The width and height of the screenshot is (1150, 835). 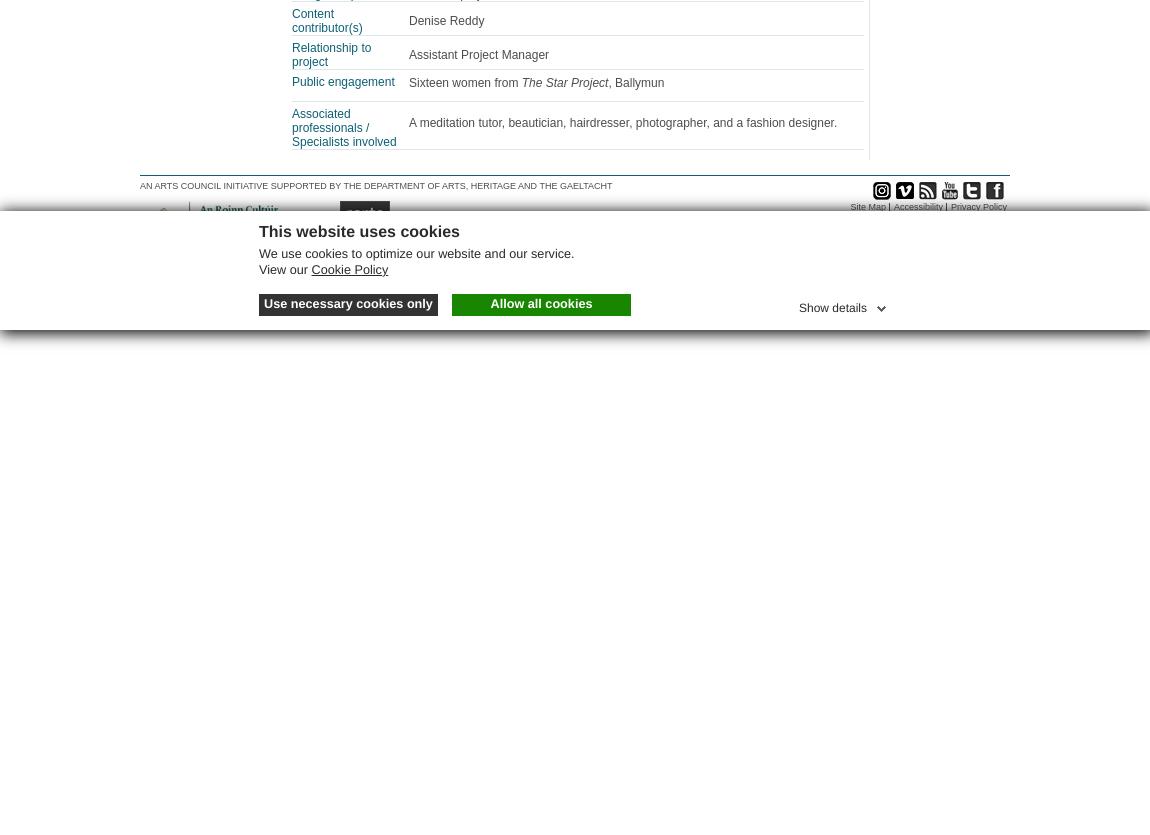 What do you see at coordinates (919, 220) in the screenshot?
I see `'Design & Development by Roomthree.com'` at bounding box center [919, 220].